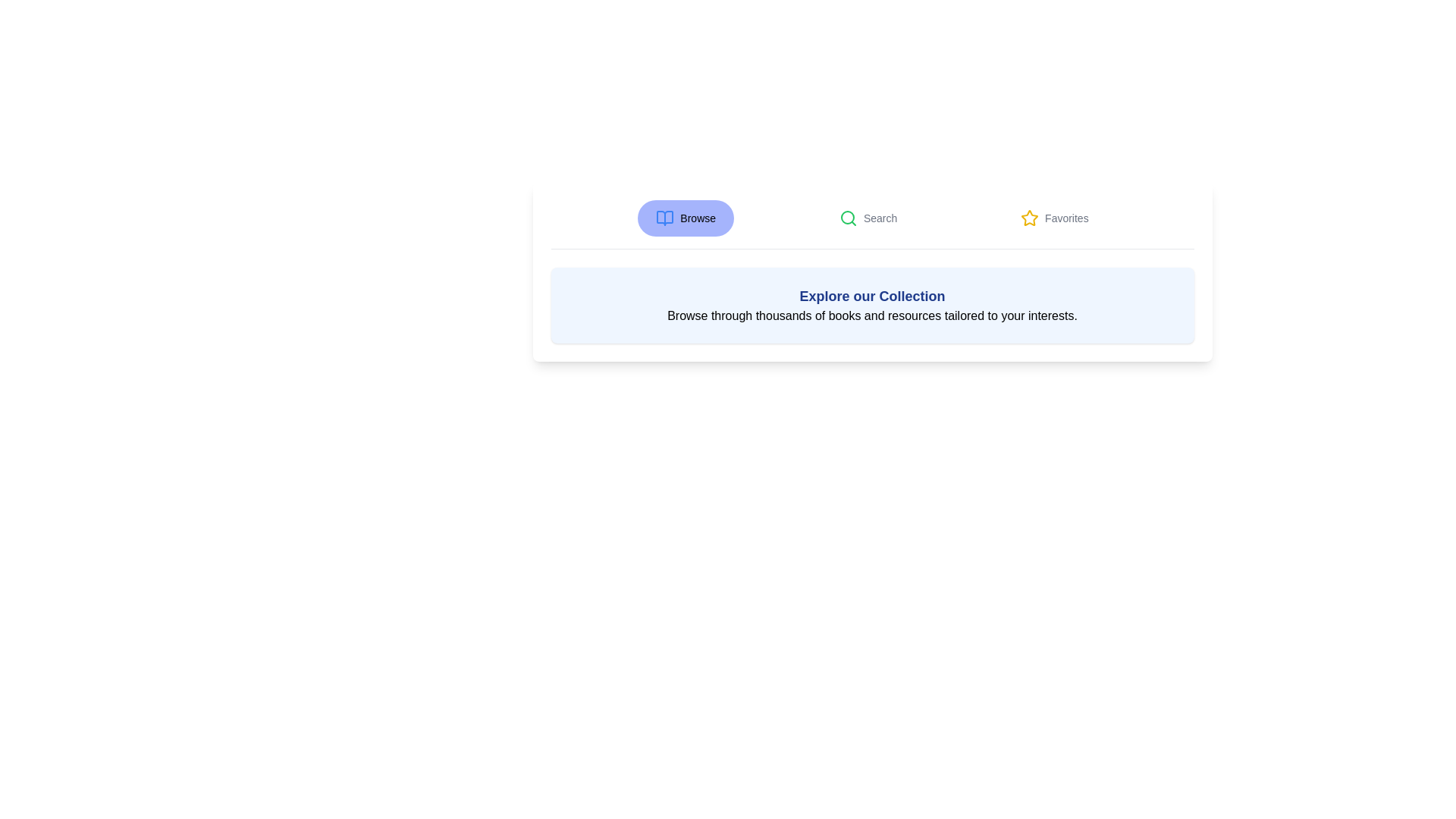 Image resolution: width=1456 pixels, height=819 pixels. I want to click on the Search tab by clicking on its respective button, so click(868, 218).